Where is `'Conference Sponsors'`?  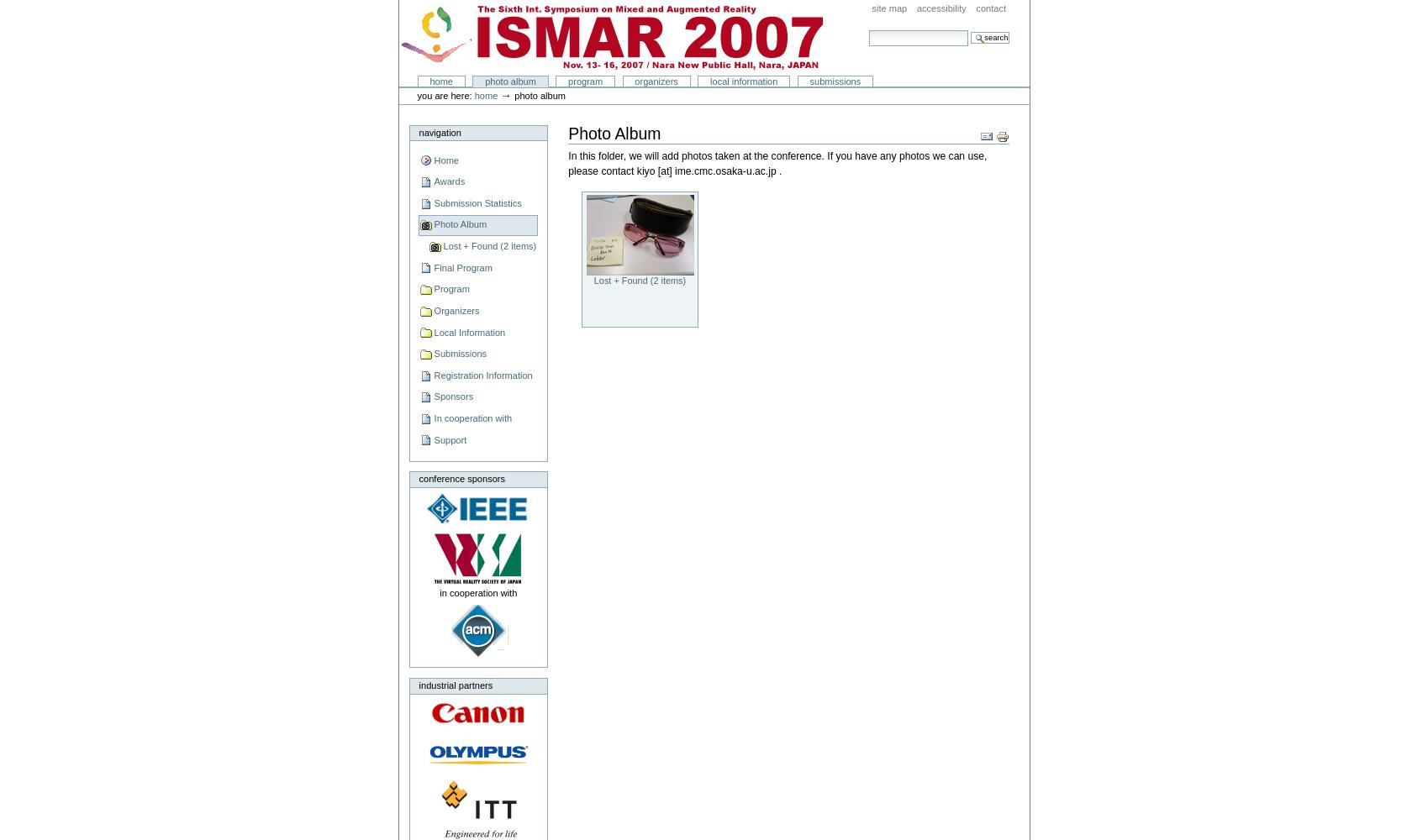
'Conference Sponsors' is located at coordinates (460, 478).